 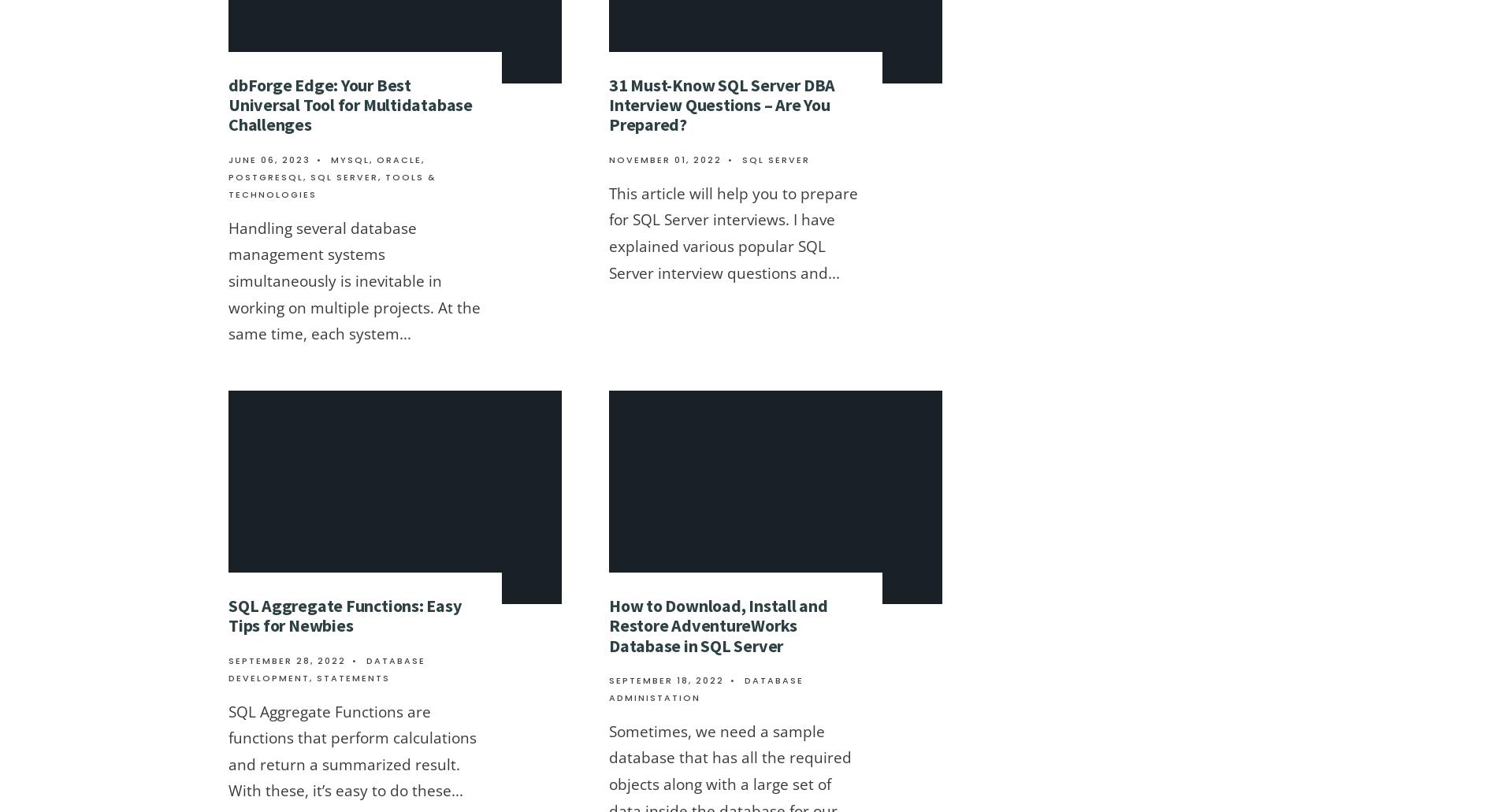 What do you see at coordinates (330, 158) in the screenshot?
I see `'MySQL'` at bounding box center [330, 158].